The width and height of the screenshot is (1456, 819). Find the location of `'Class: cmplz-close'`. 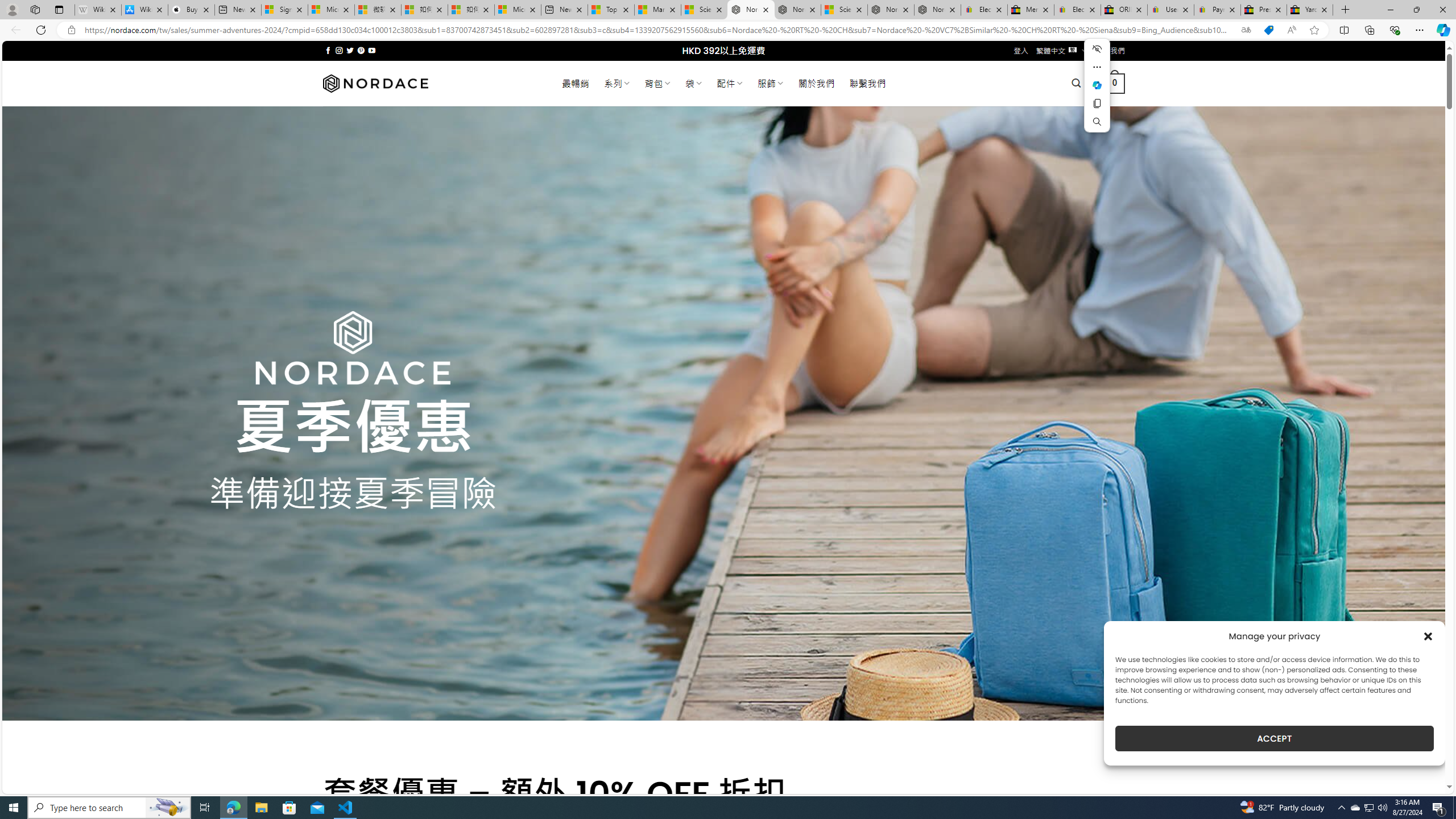

'Class: cmplz-close' is located at coordinates (1428, 636).